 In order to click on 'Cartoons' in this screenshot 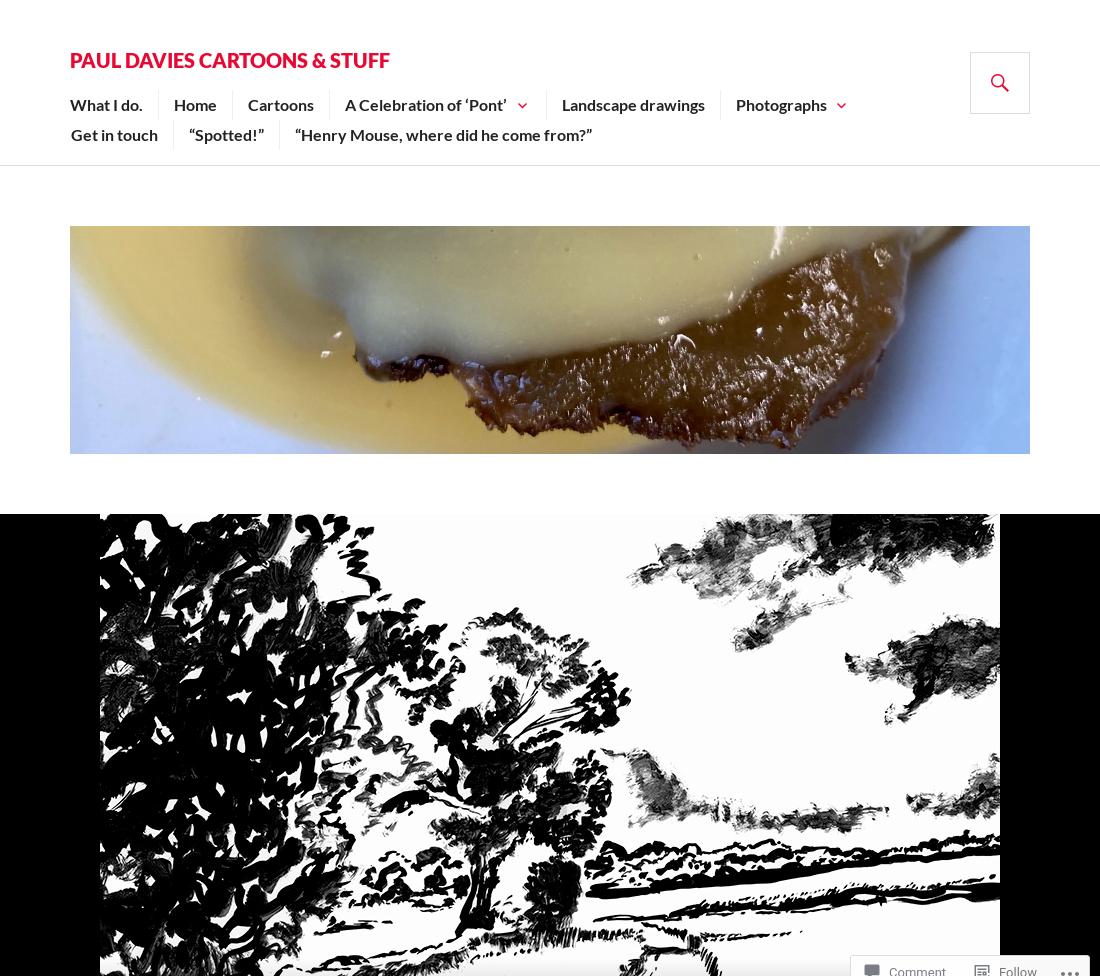, I will do `click(248, 104)`.